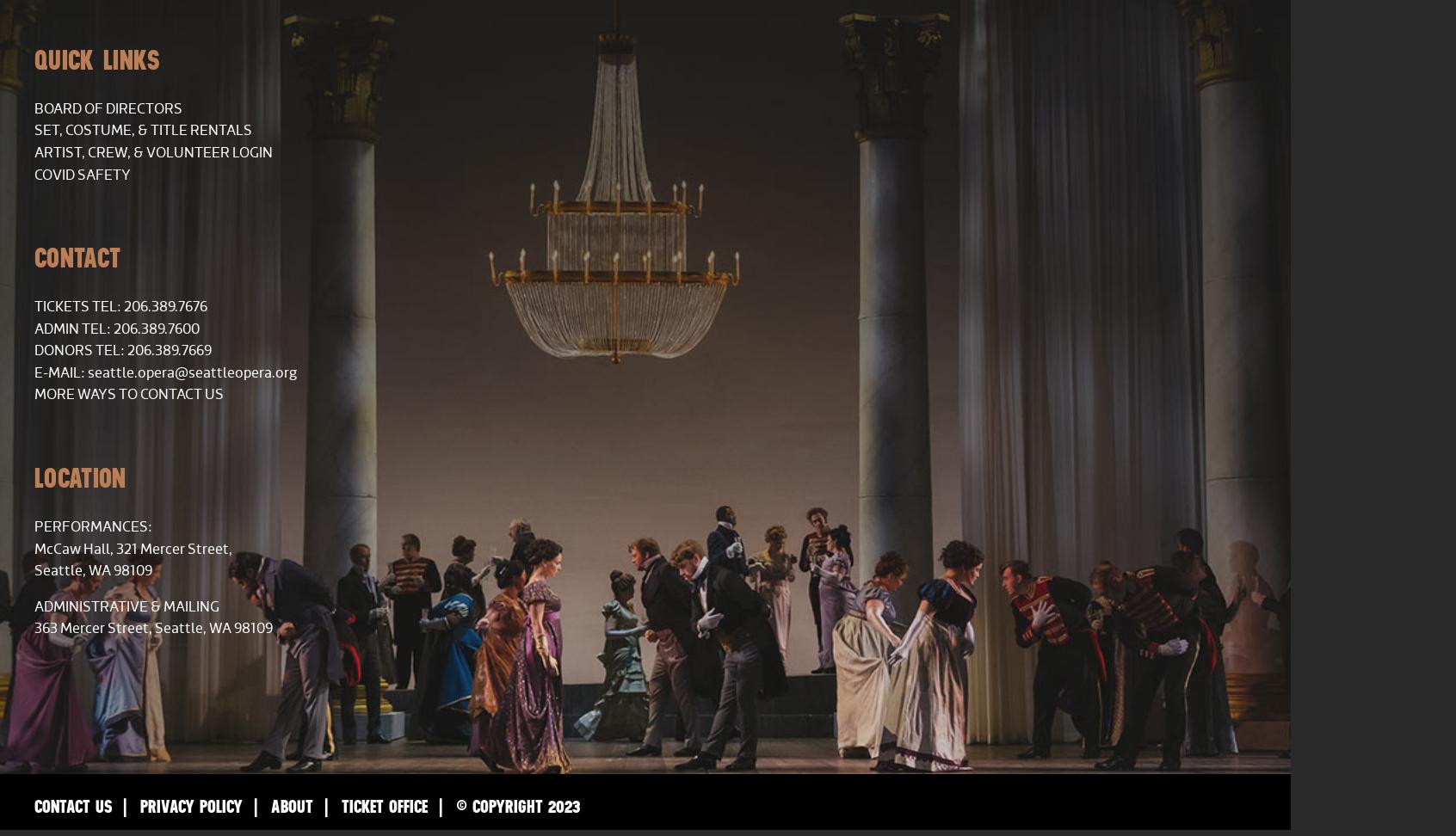 The image size is (1456, 836). What do you see at coordinates (80, 476) in the screenshot?
I see `'Location'` at bounding box center [80, 476].